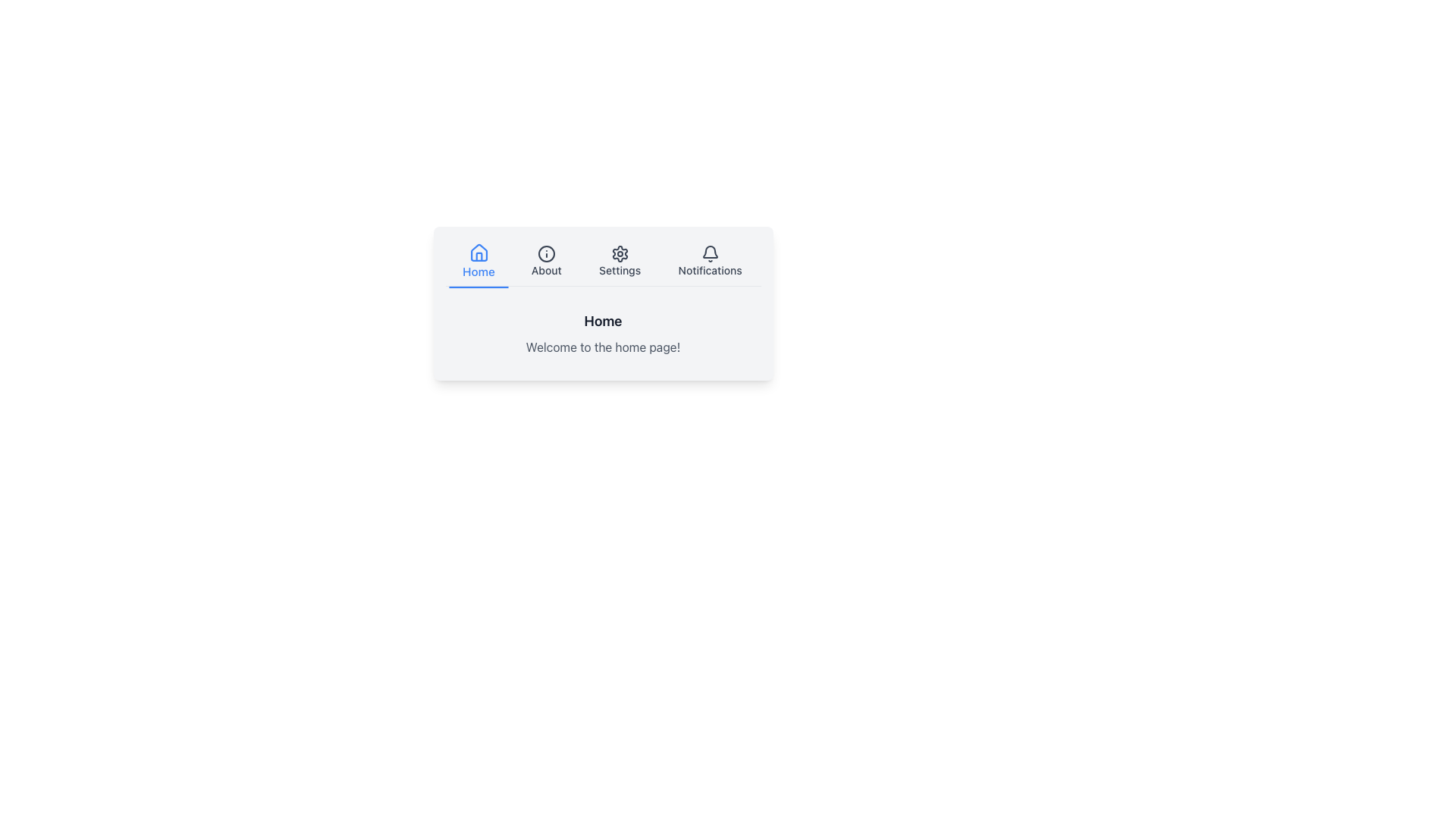 This screenshot has width=1456, height=819. What do you see at coordinates (546, 270) in the screenshot?
I see `on the 'About' text label located in the navigation menu, positioned below the information icon` at bounding box center [546, 270].